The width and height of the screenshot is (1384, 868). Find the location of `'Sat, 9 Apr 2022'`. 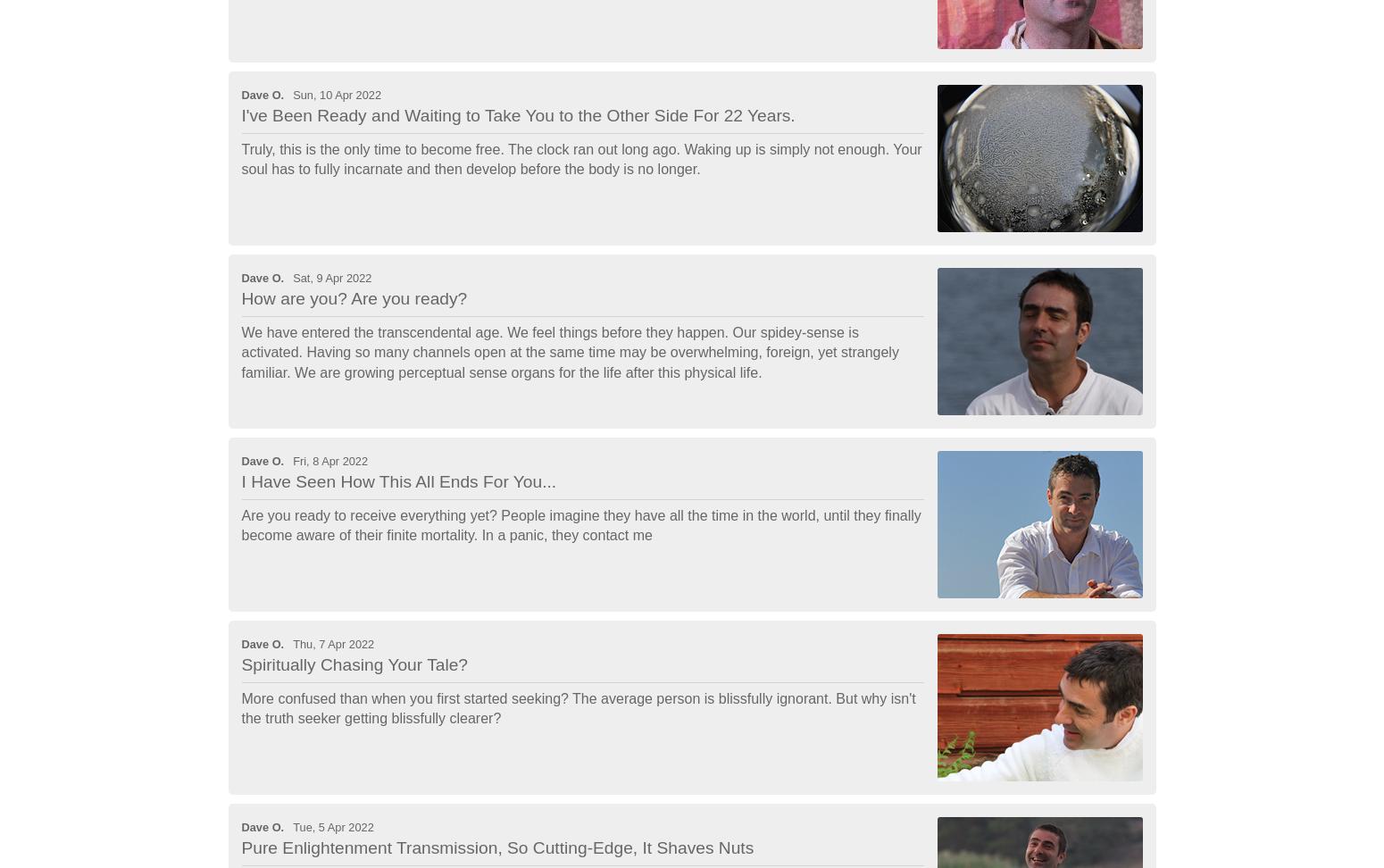

'Sat, 9 Apr 2022' is located at coordinates (331, 276).